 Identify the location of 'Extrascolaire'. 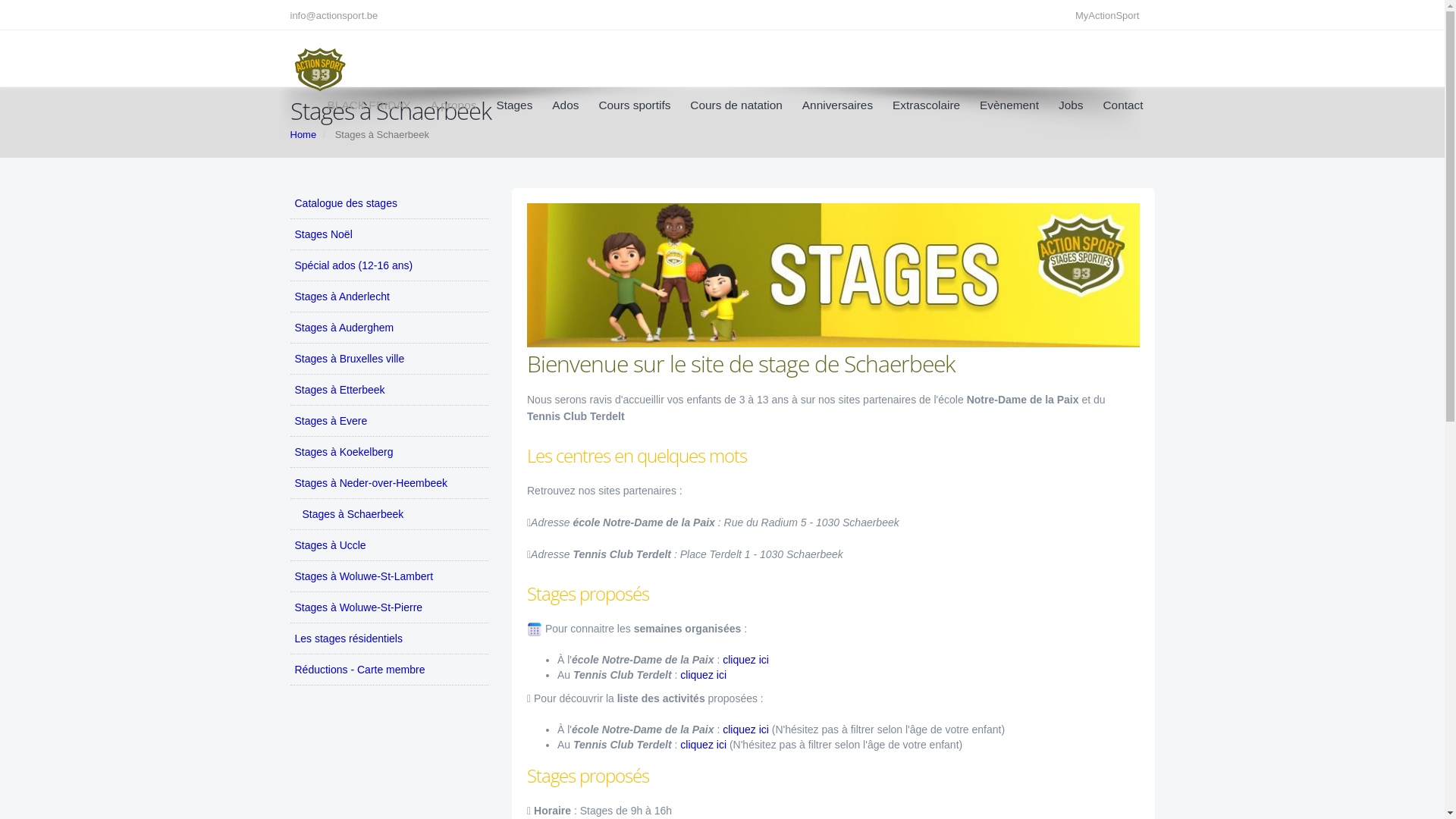
(925, 104).